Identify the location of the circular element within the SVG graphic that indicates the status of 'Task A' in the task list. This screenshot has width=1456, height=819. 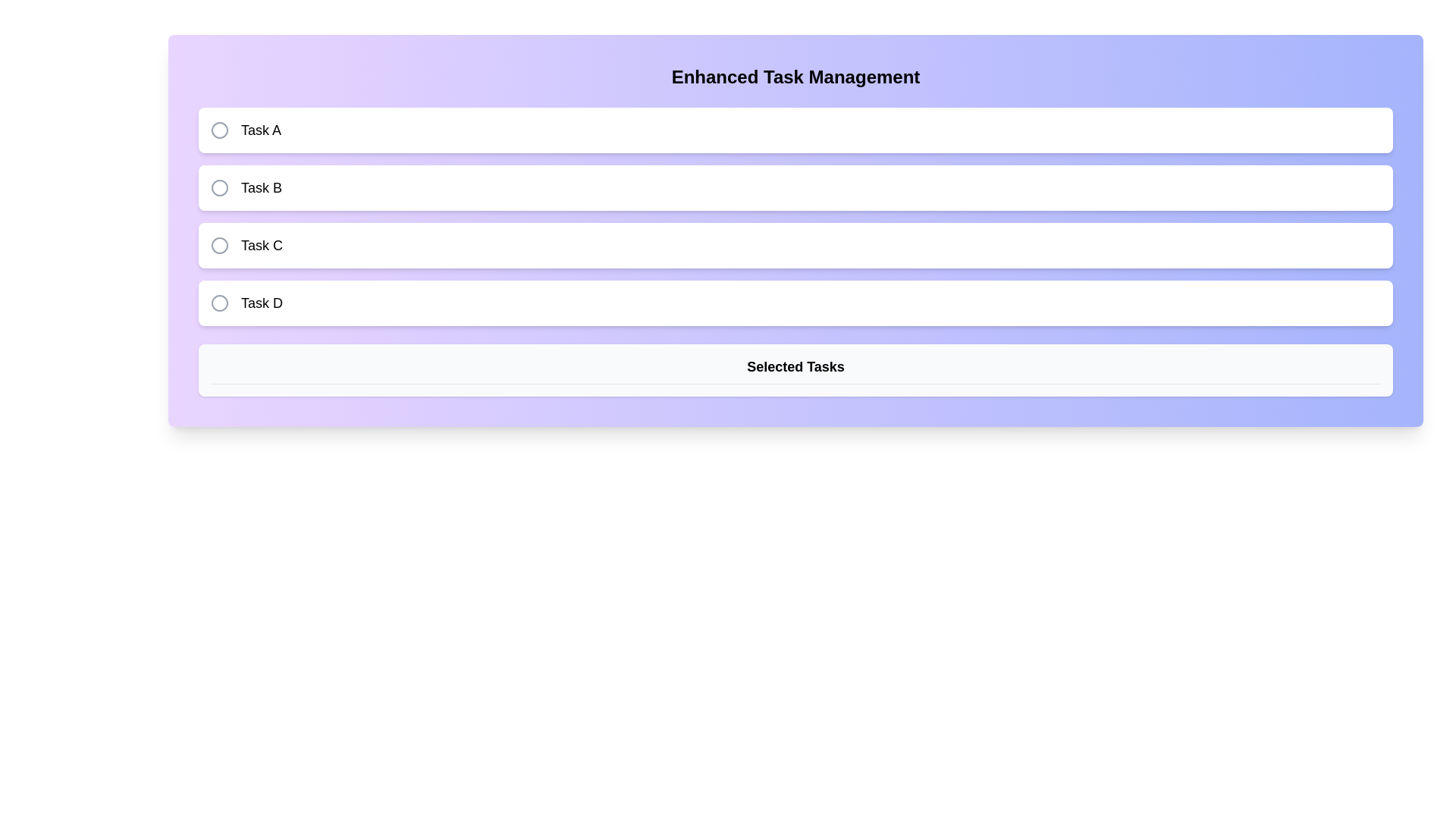
(218, 130).